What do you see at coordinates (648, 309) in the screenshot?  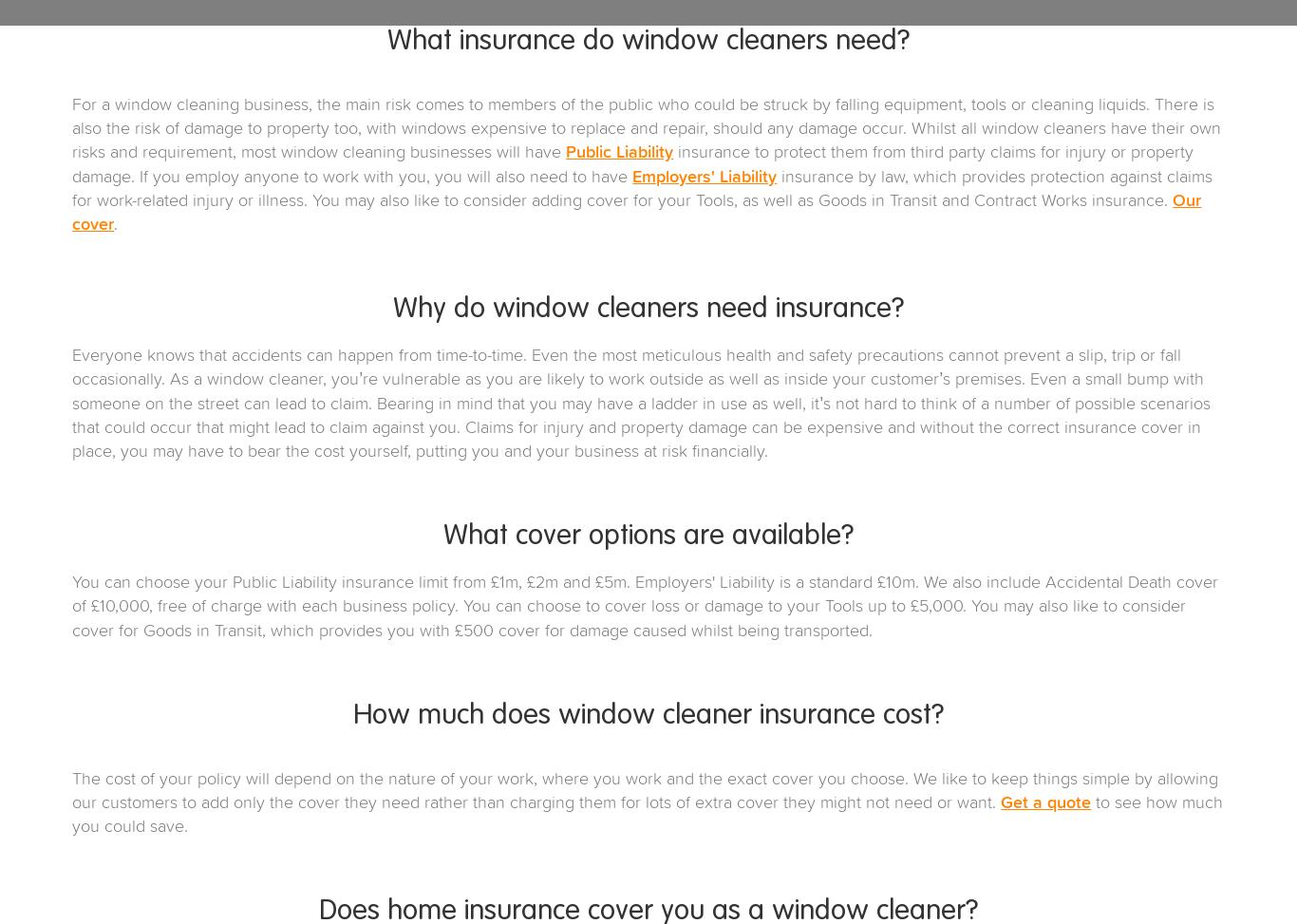 I see `'Why do window cleaners need insurance?'` at bounding box center [648, 309].